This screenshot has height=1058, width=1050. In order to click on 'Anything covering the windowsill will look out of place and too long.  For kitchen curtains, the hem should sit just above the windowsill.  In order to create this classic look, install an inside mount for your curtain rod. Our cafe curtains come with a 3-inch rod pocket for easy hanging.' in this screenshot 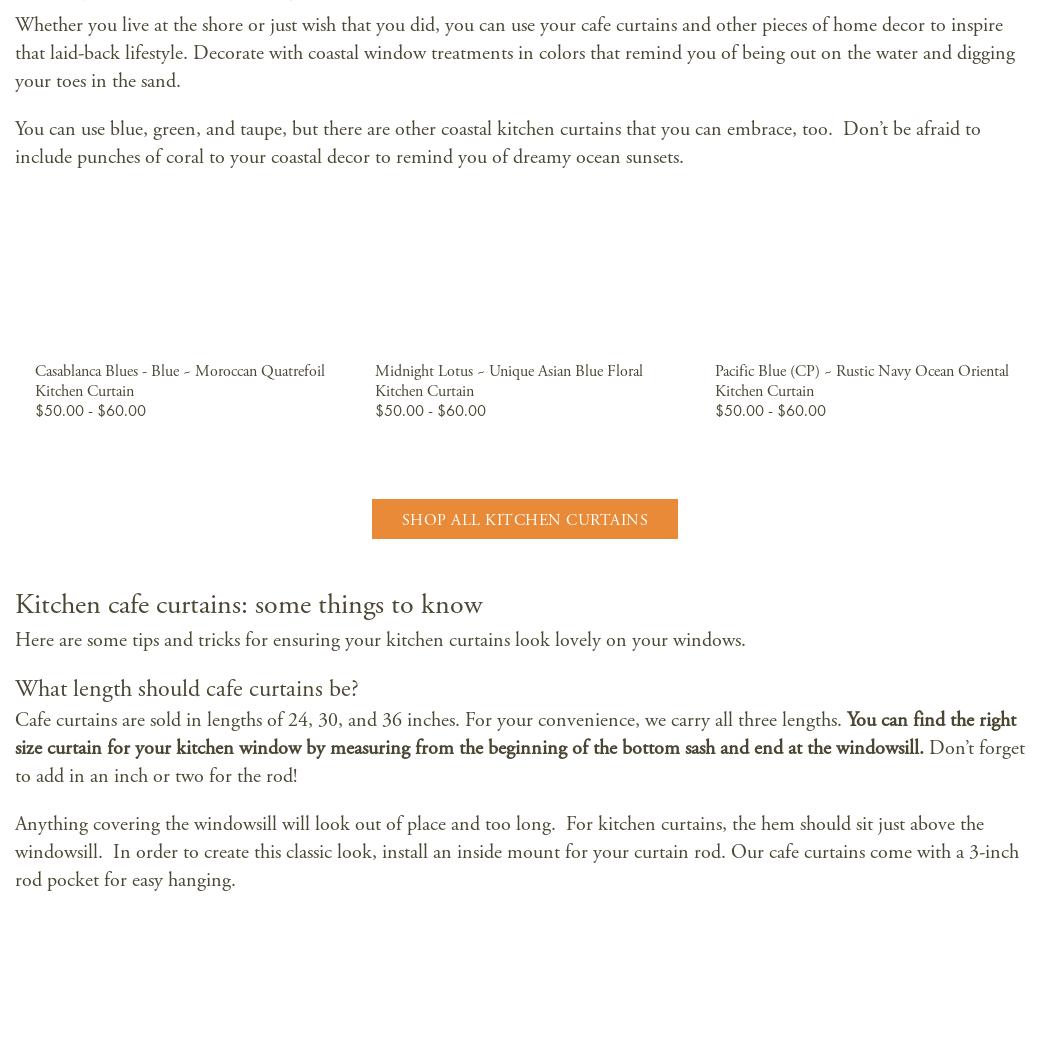, I will do `click(516, 851)`.